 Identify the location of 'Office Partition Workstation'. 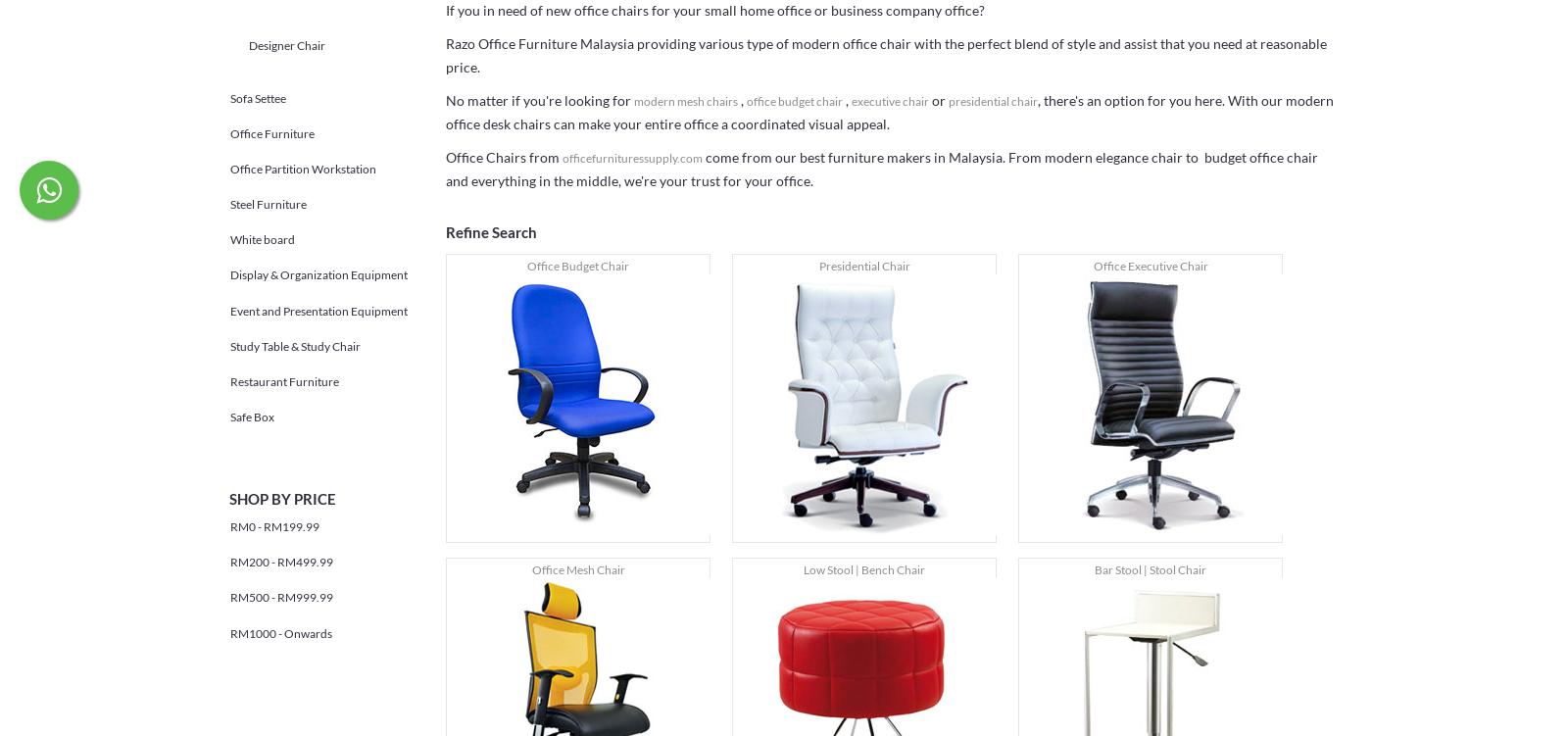
(230, 168).